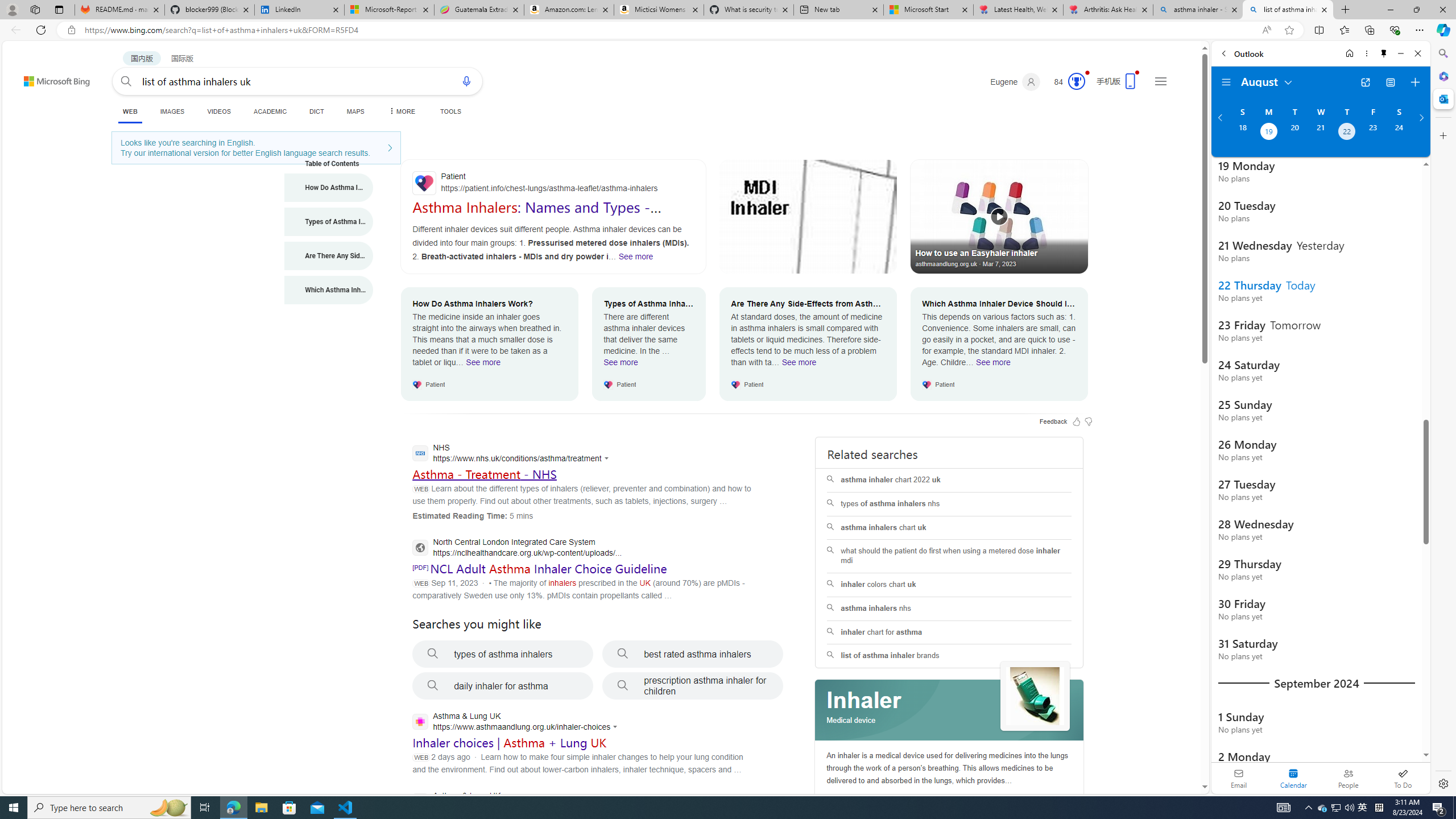 The height and width of the screenshot is (819, 1456). What do you see at coordinates (949, 607) in the screenshot?
I see `'asthma inhalers nhs'` at bounding box center [949, 607].